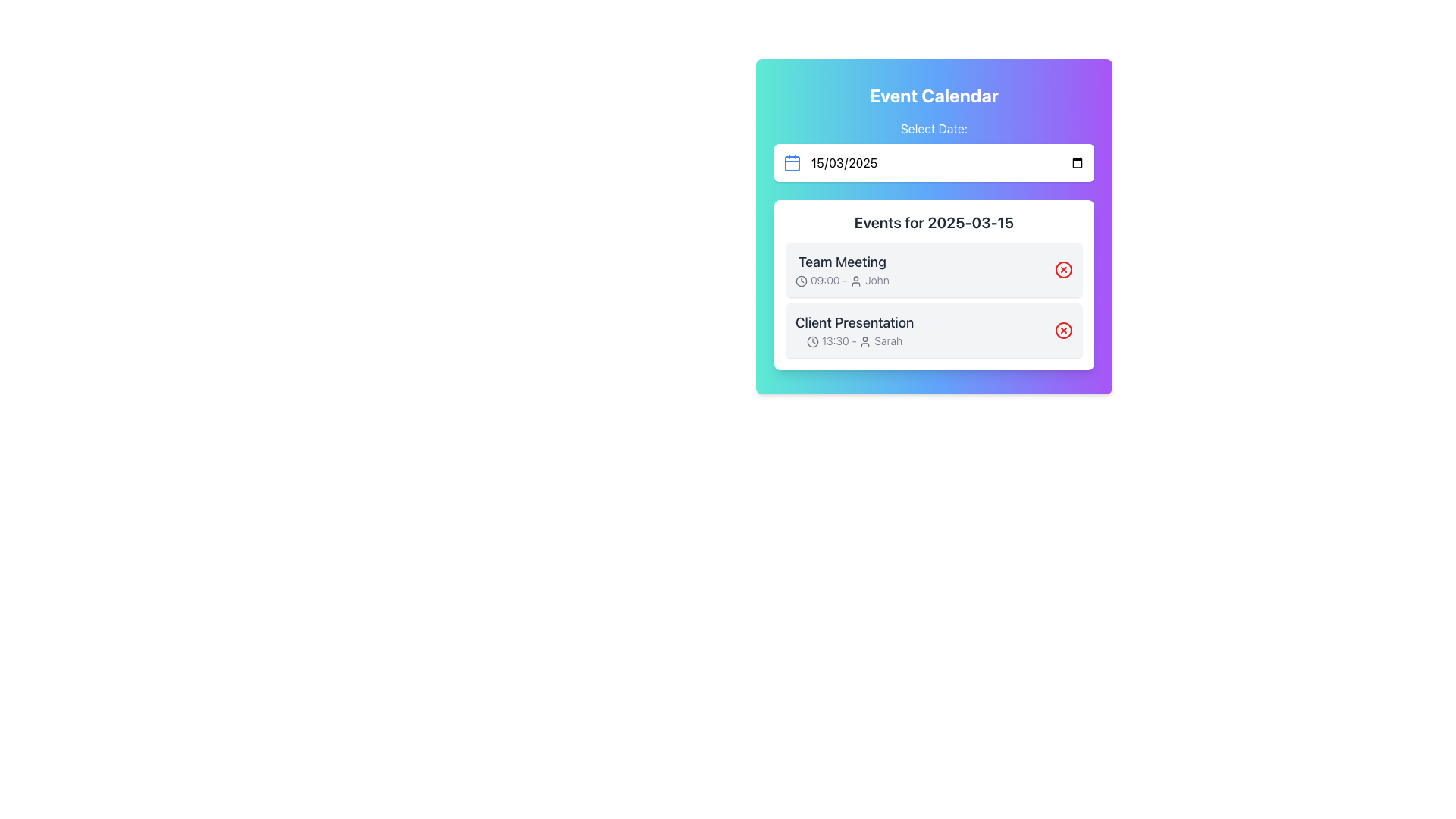 The height and width of the screenshot is (819, 1456). Describe the element at coordinates (1062, 268) in the screenshot. I see `the delete button/icon on the right side of the 'Team Meeting' event entry for '2025-03-15'` at that location.